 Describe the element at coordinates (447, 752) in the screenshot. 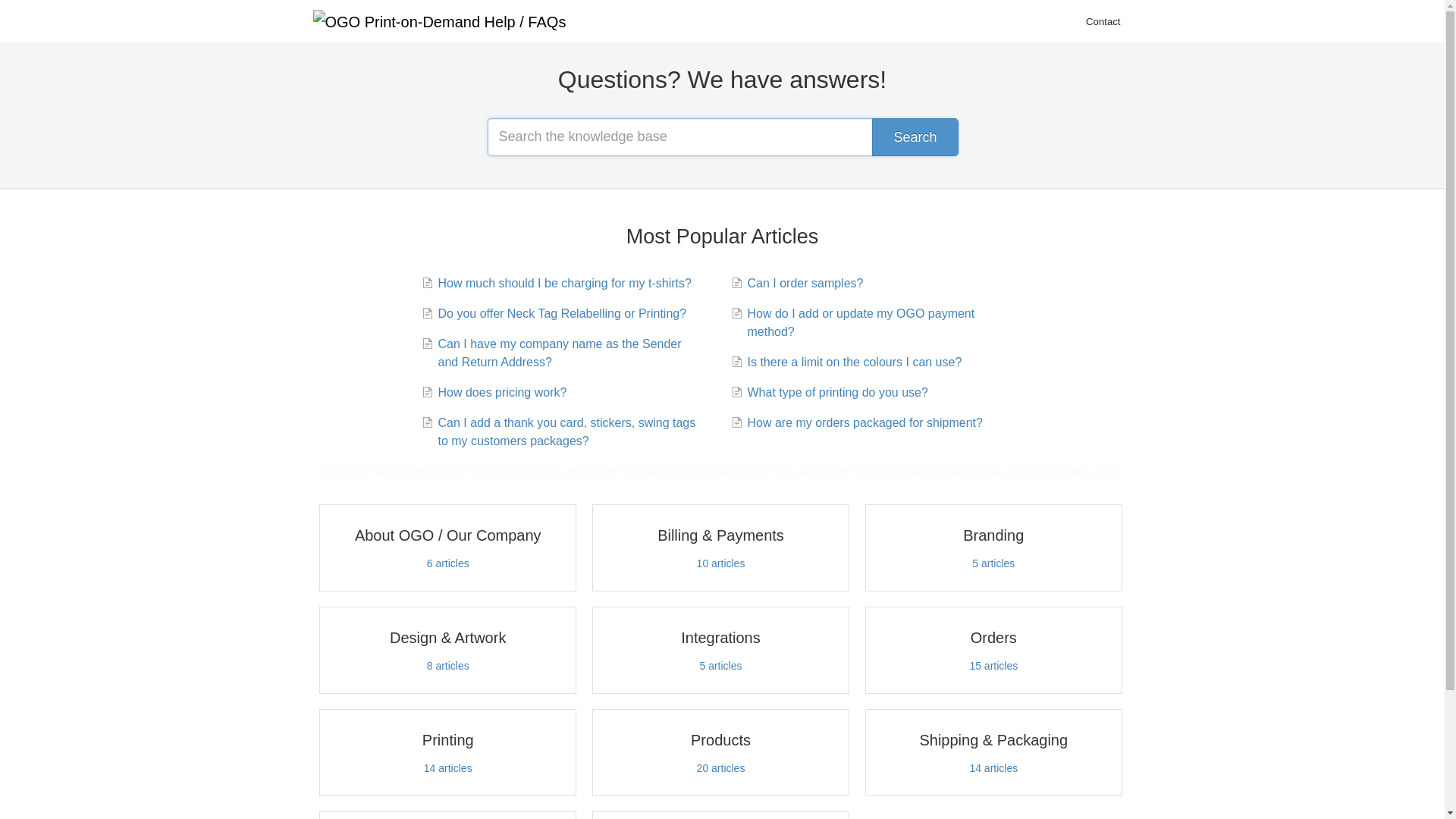

I see `'Printing` at that location.